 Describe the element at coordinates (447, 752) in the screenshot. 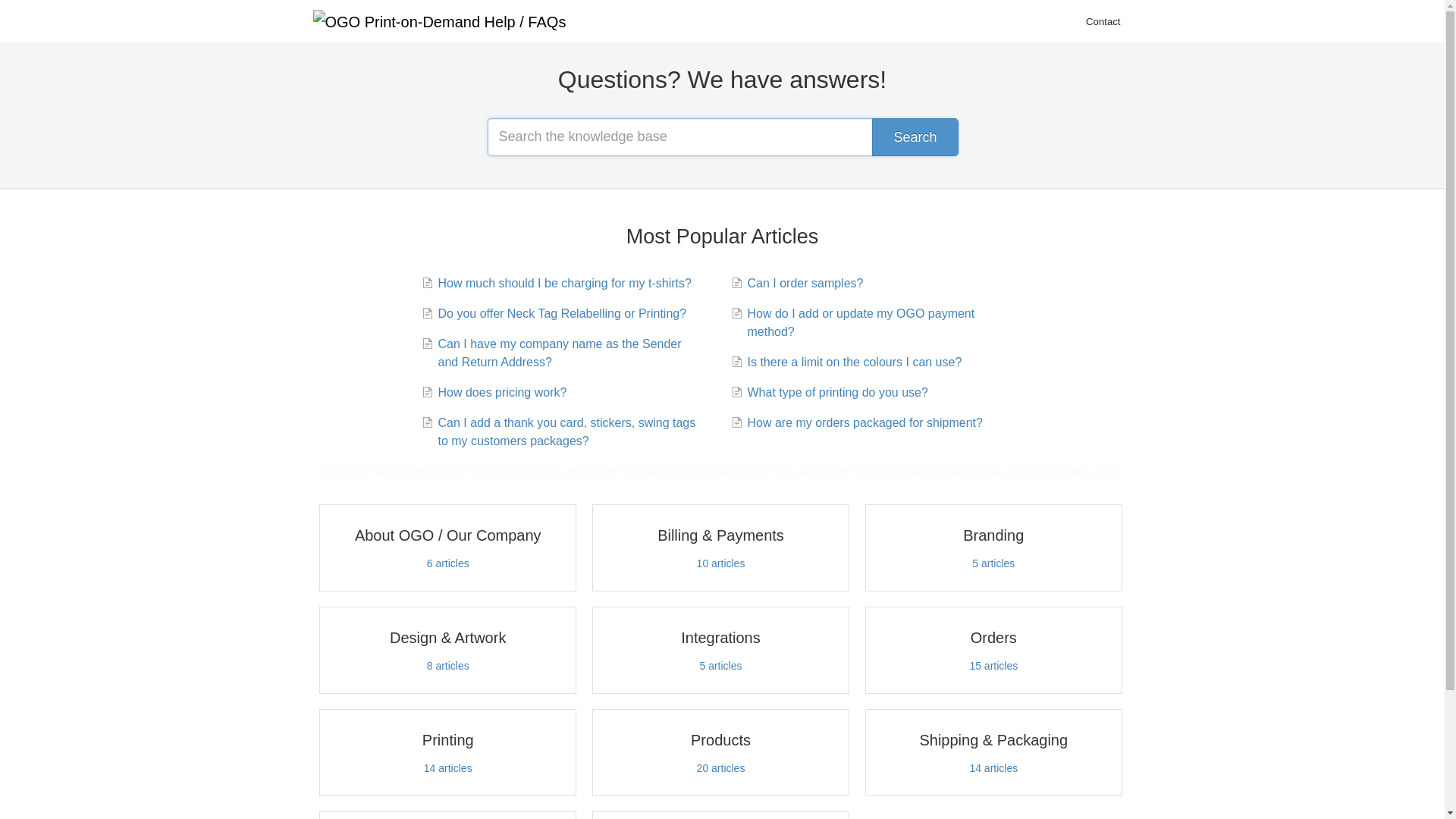

I see `'Printing` at that location.